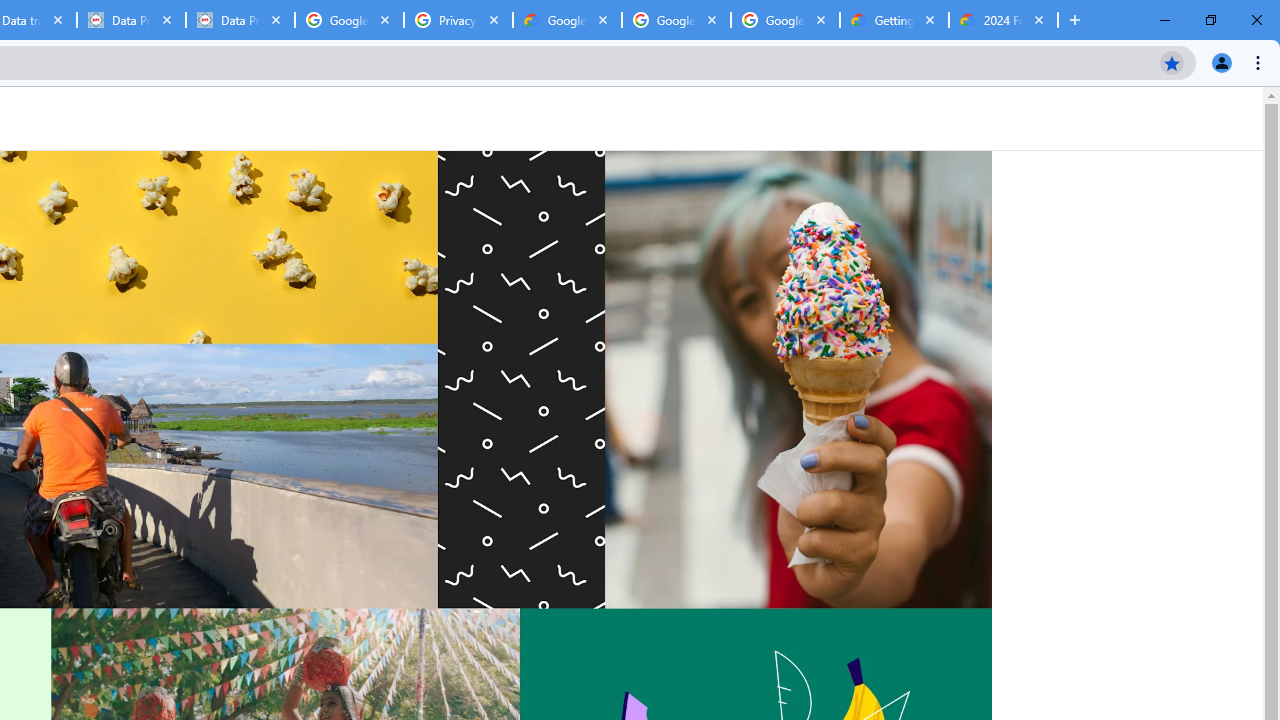  I want to click on 'Data Privacy Framework', so click(240, 20).